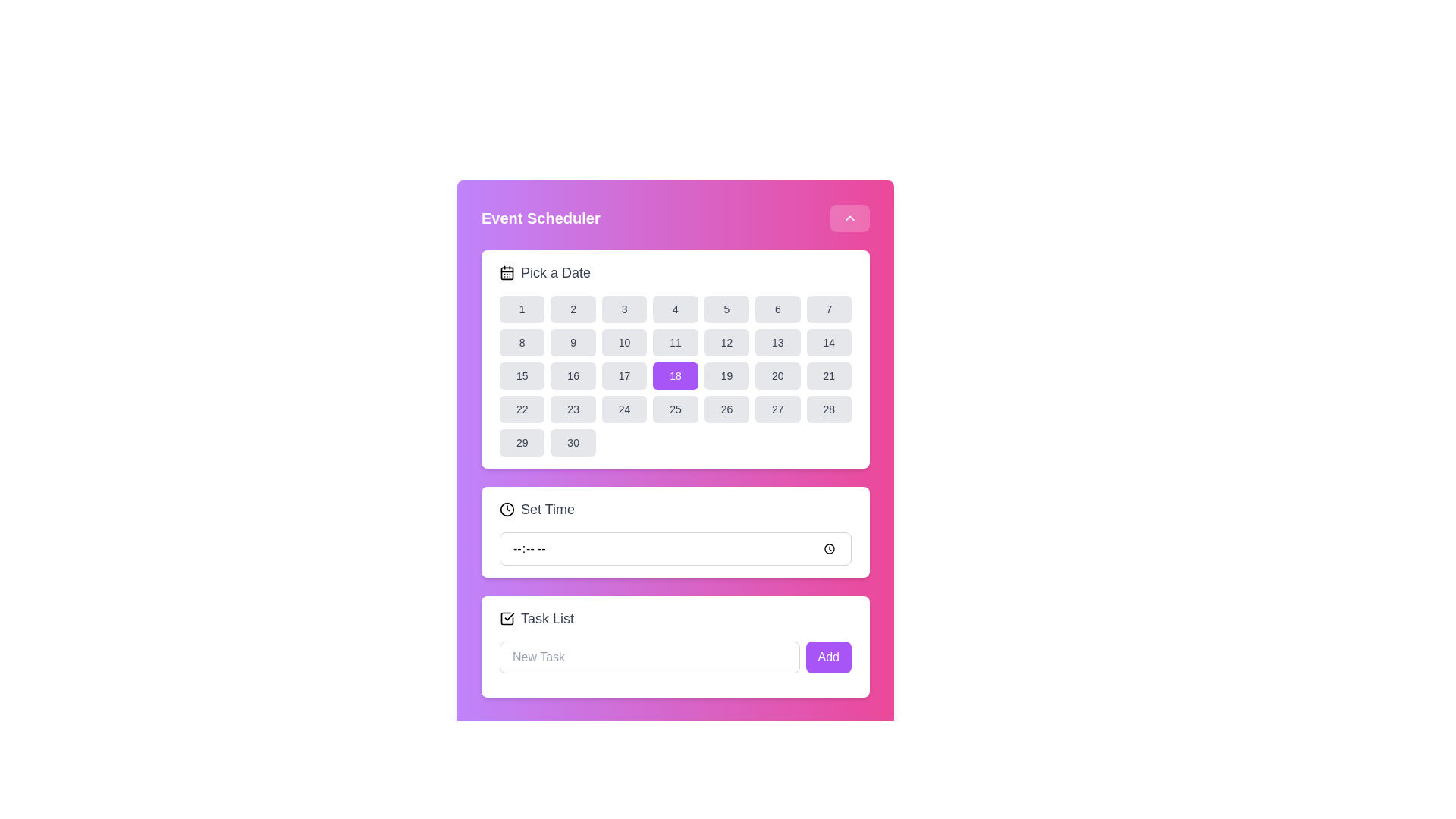 The height and width of the screenshot is (819, 1456). What do you see at coordinates (572, 309) in the screenshot?
I see `the rounded rectangular button displaying the number '2' in the top row of the grid-based calendar layout` at bounding box center [572, 309].